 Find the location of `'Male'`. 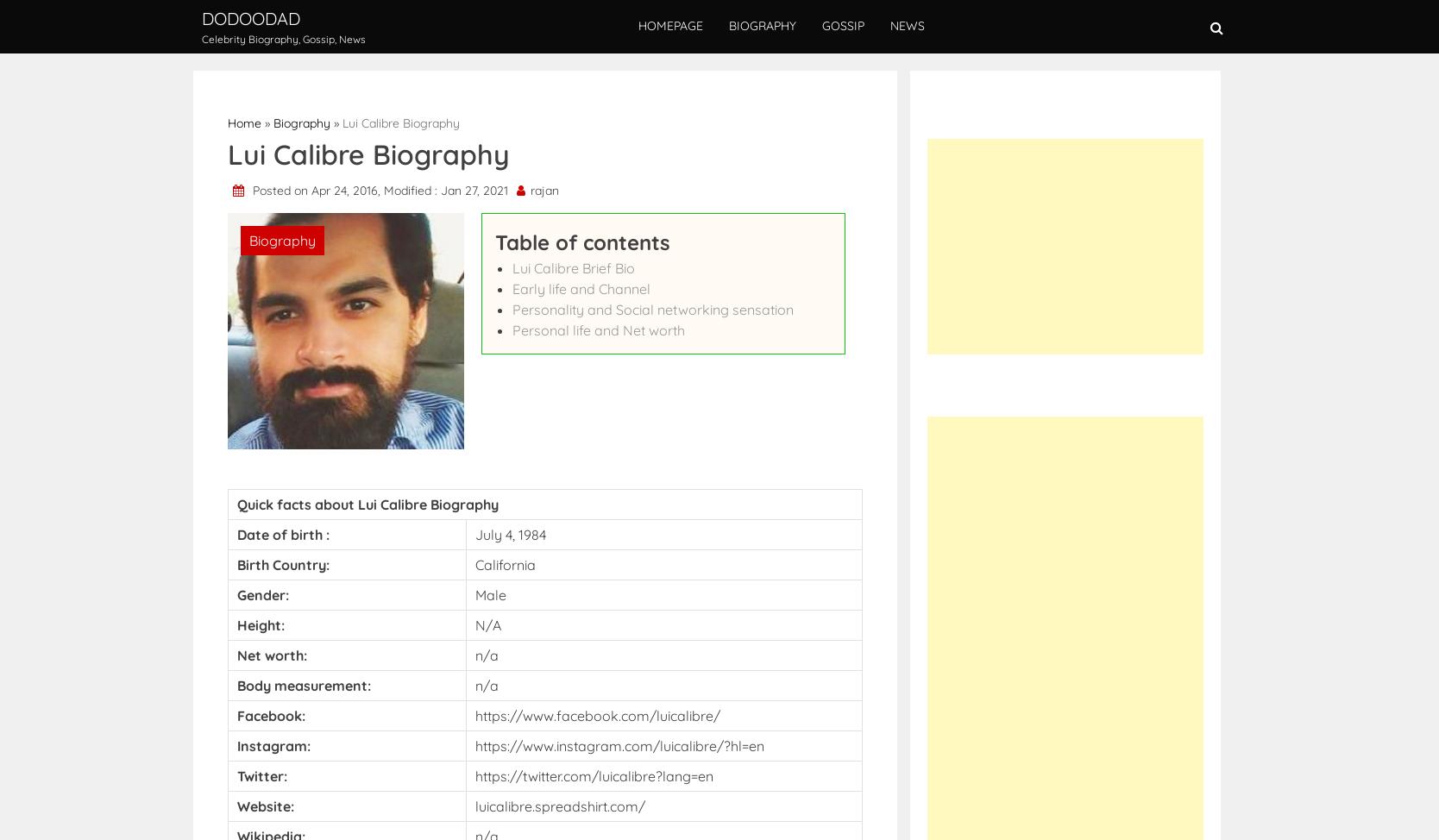

'Male' is located at coordinates (489, 594).